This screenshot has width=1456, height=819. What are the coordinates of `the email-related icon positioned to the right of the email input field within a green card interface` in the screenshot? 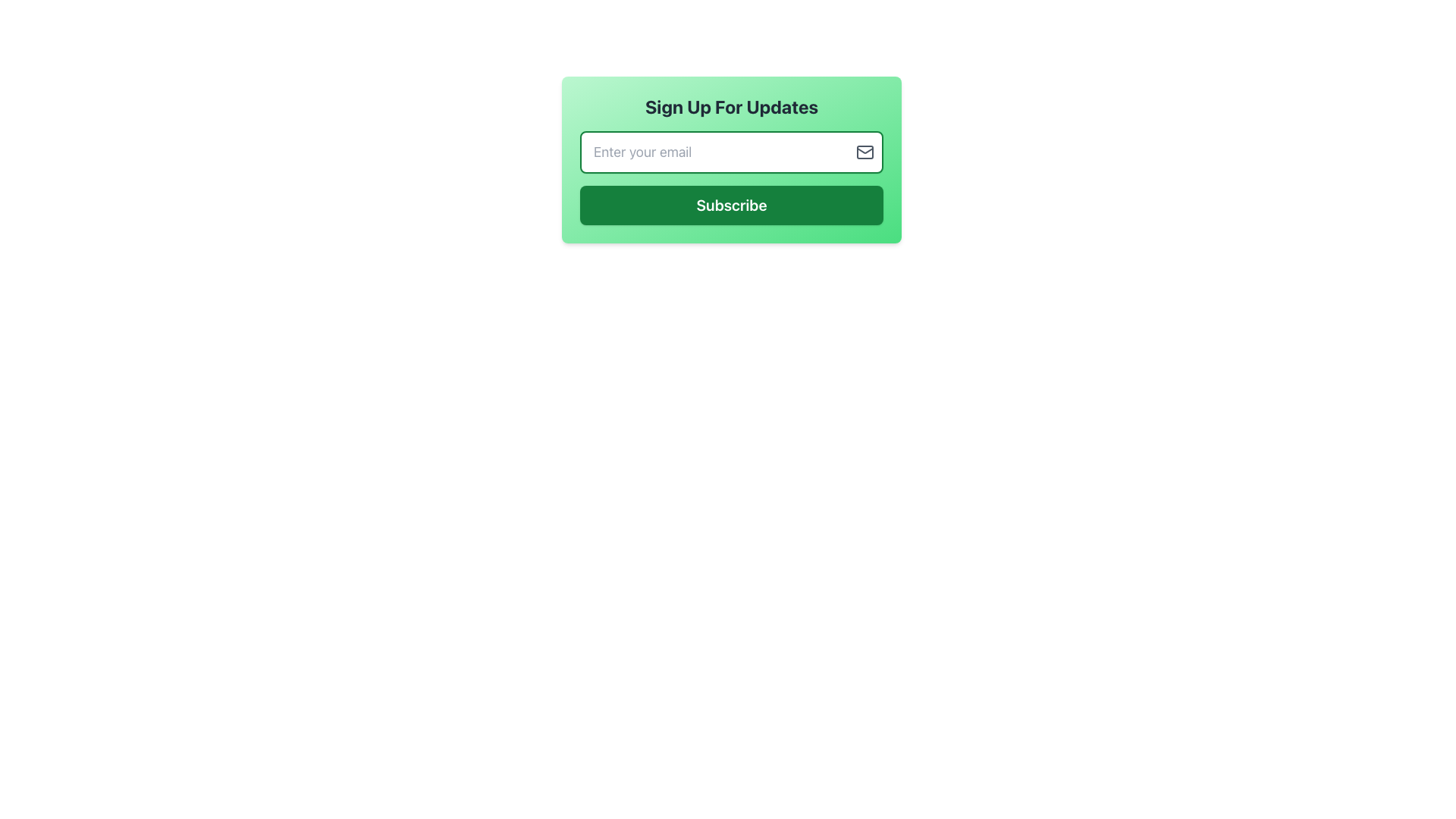 It's located at (865, 152).